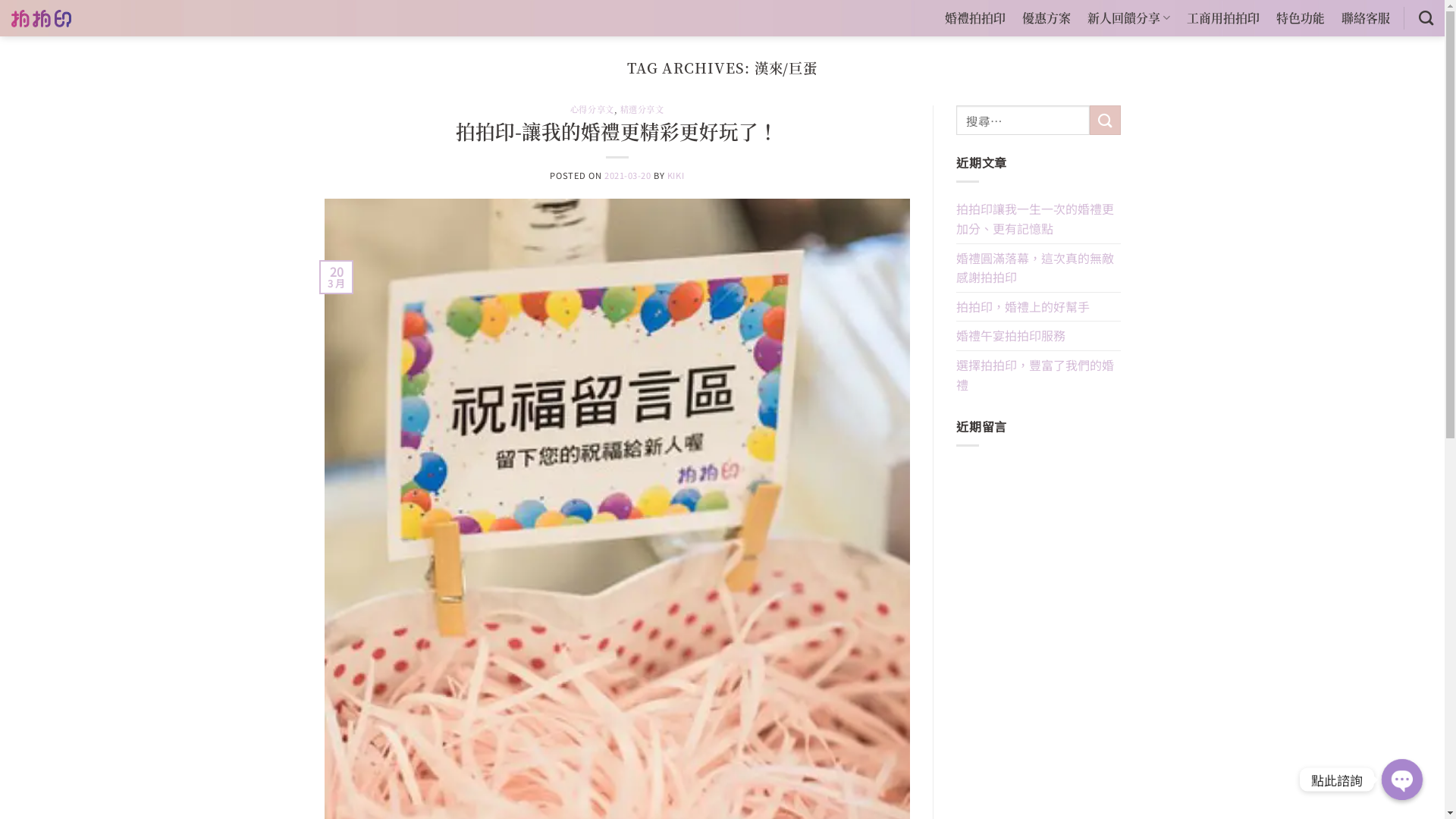  I want to click on 'KIKI', so click(675, 174).